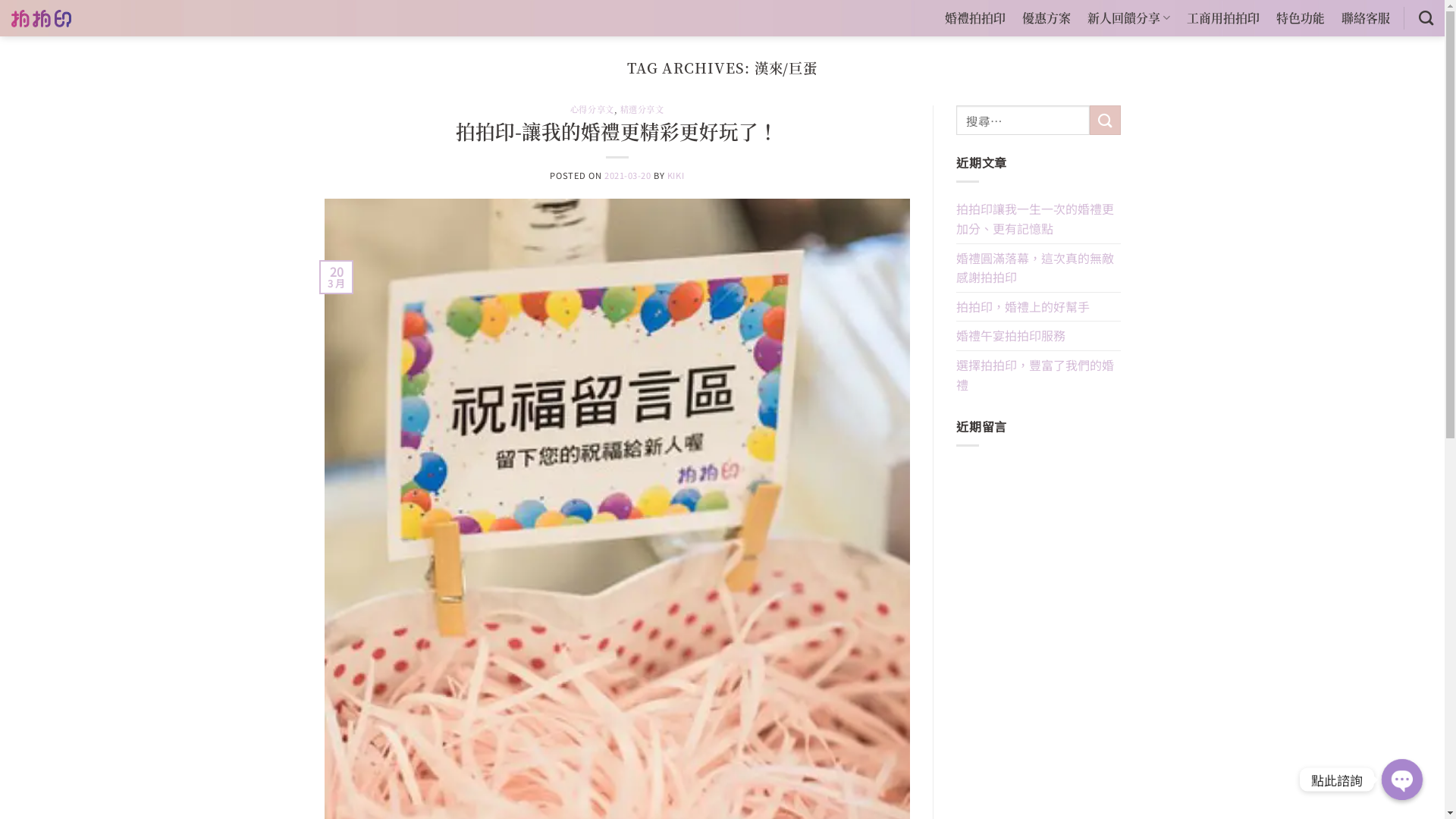  I want to click on 'KIKI', so click(675, 174).